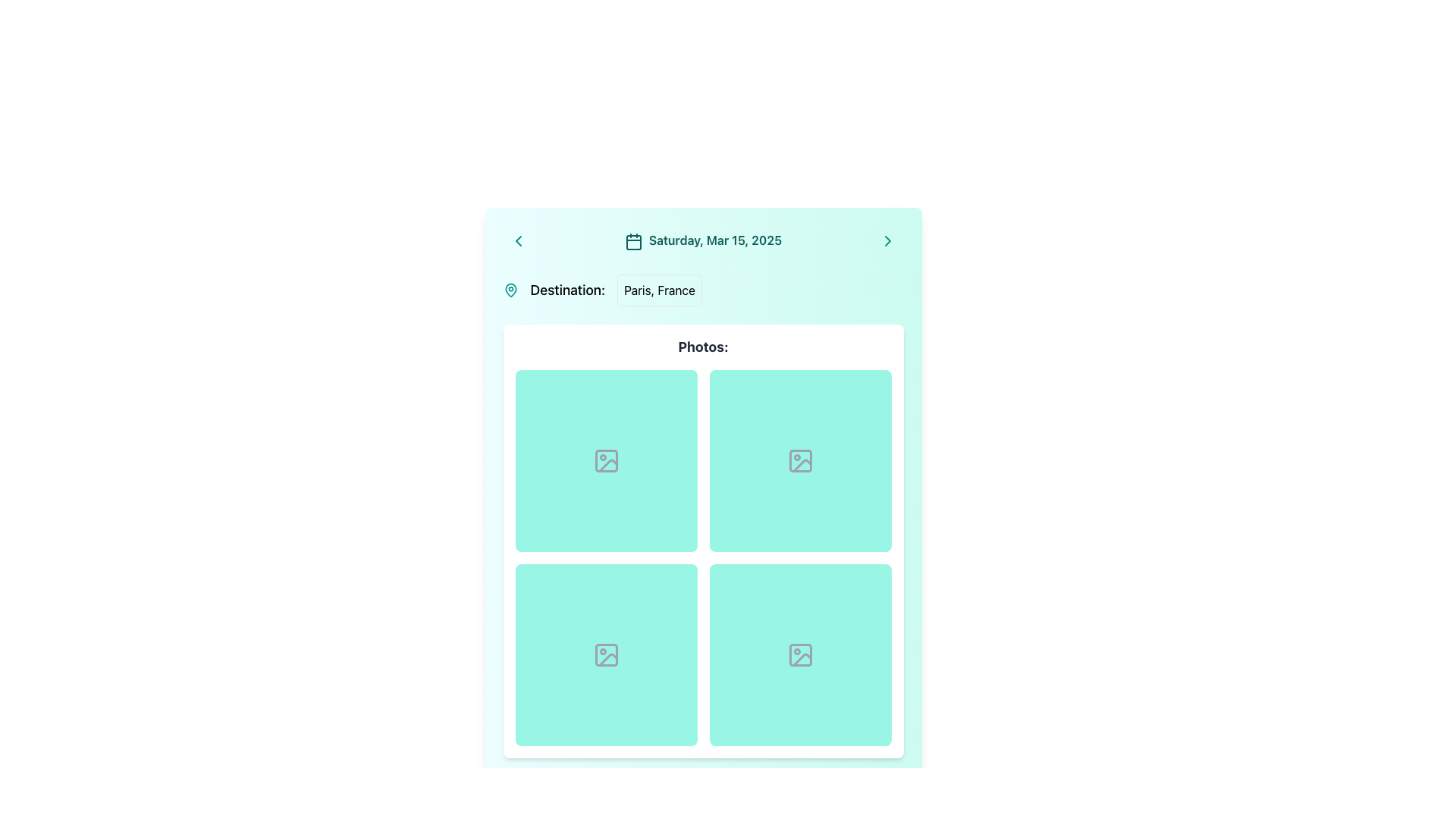 The width and height of the screenshot is (1456, 819). What do you see at coordinates (510, 290) in the screenshot?
I see `the larger surrounding portion of the map pin icon located to the left of the 'Destination: Paris, France' text` at bounding box center [510, 290].